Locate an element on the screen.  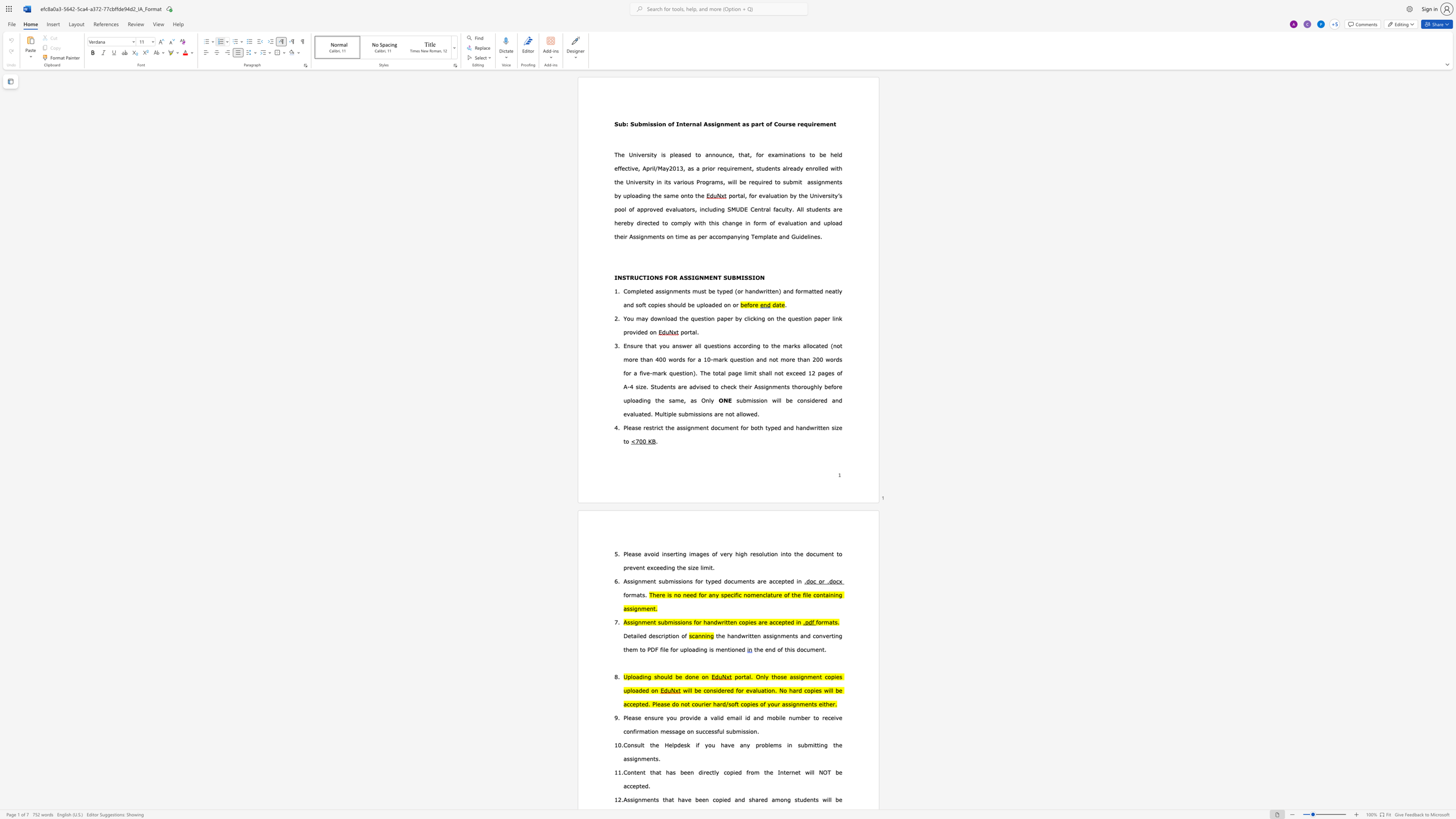
the 1th character "m" in the text is located at coordinates (748, 400).